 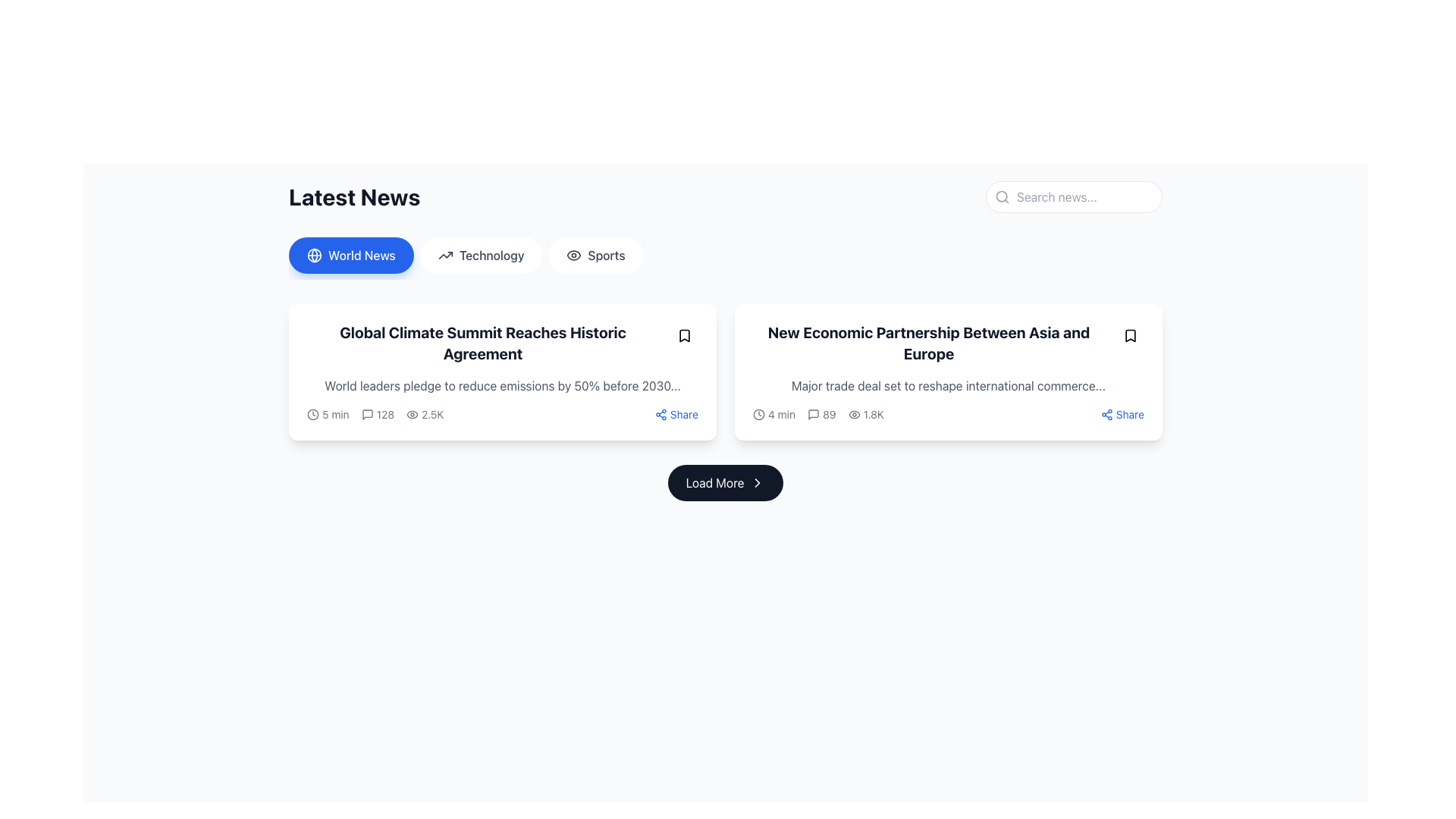 I want to click on the text label providing a summary about the article titled 'Global Climate Summit Reaches Historic Agreement', located centrally beneath the title in the first card under the 'World News' tab for accessibility purposes, so click(x=502, y=385).